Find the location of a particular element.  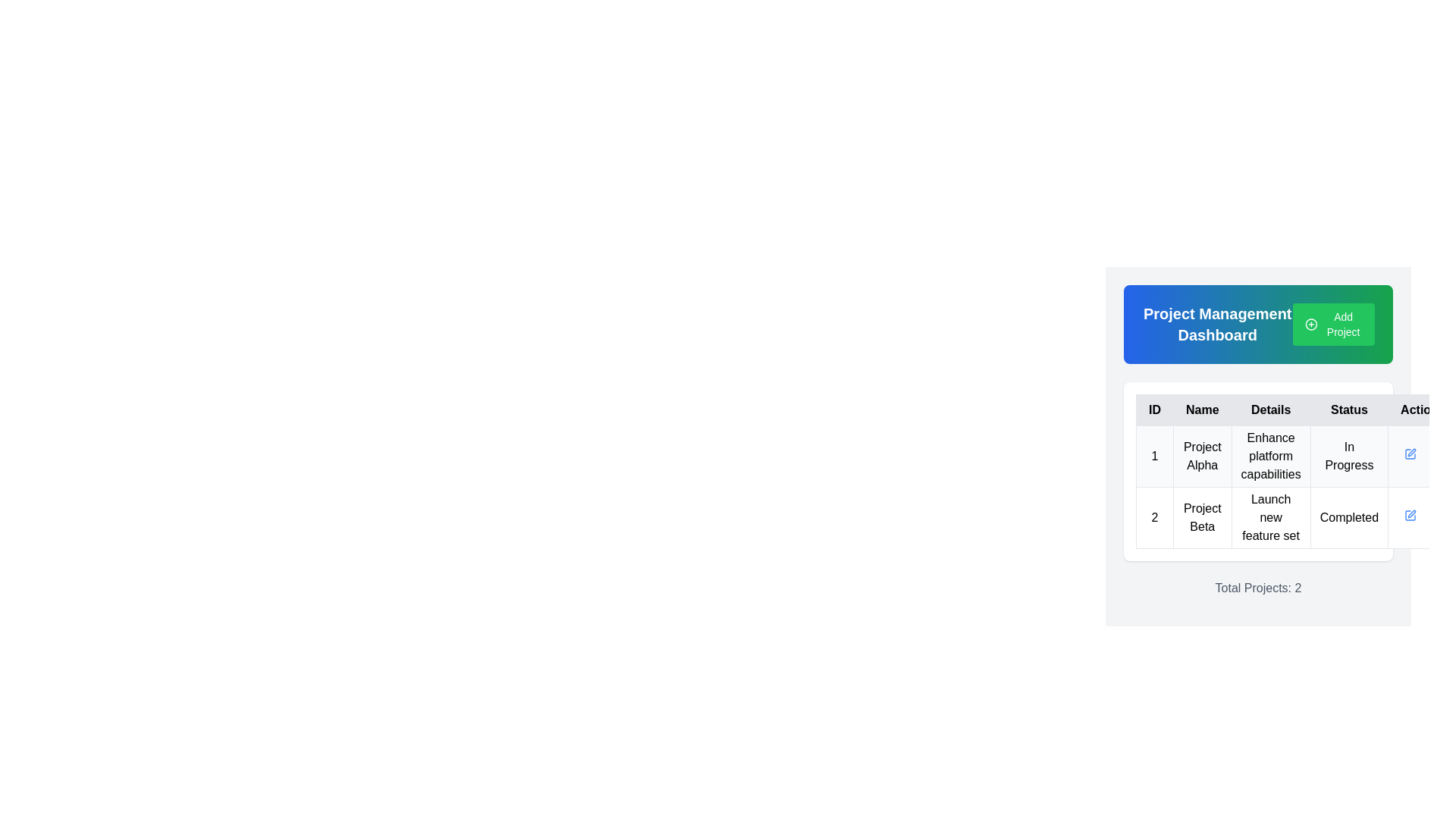

the text label reading 'Enhance platform capabilities' located in the third column of the first row under the 'Details' column of the table representing 'Project Alpha' is located at coordinates (1271, 455).